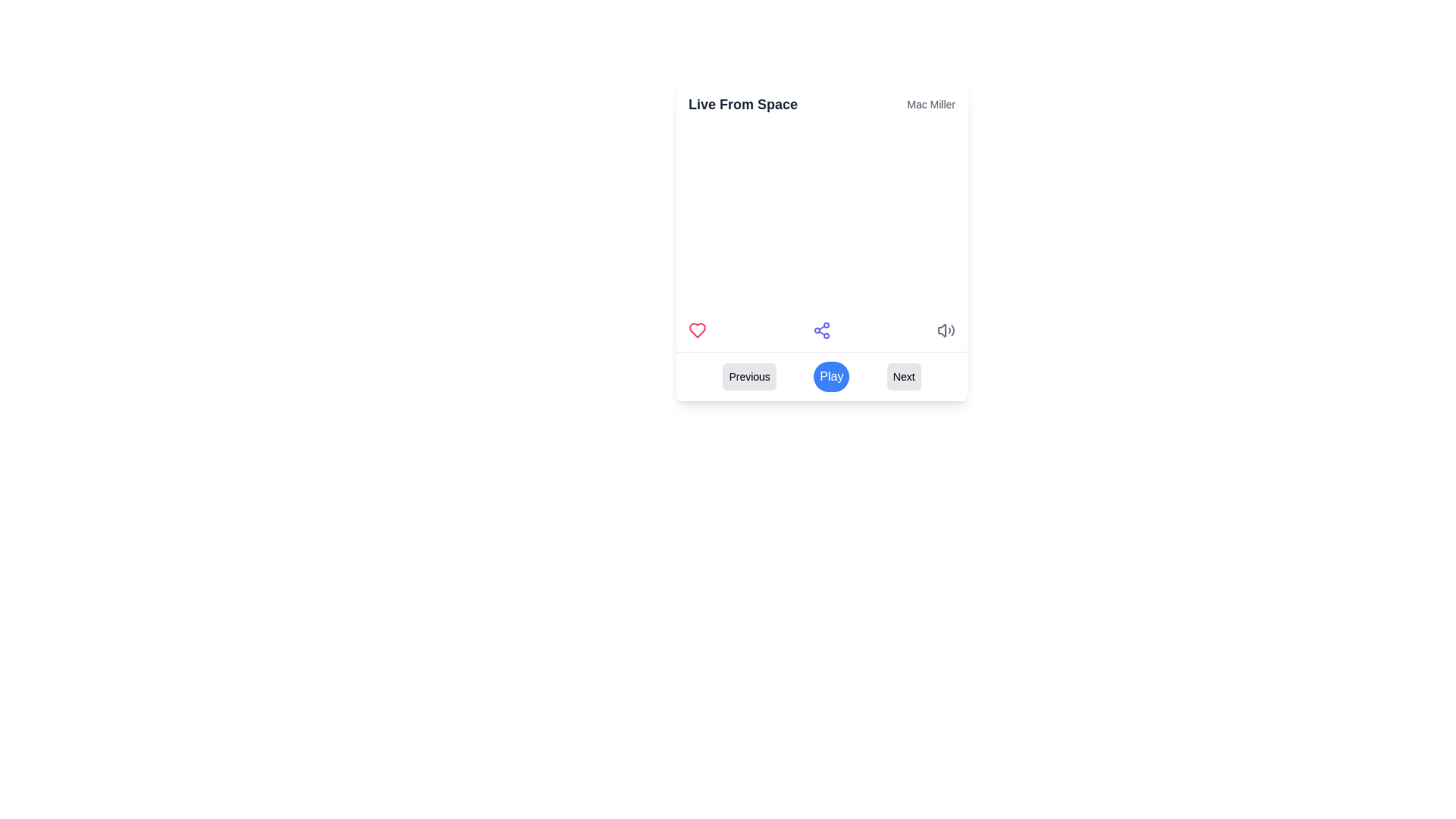 Image resolution: width=1456 pixels, height=819 pixels. Describe the element at coordinates (697, 329) in the screenshot. I see `the first icon button from the left in a row of interactive elements` at that location.